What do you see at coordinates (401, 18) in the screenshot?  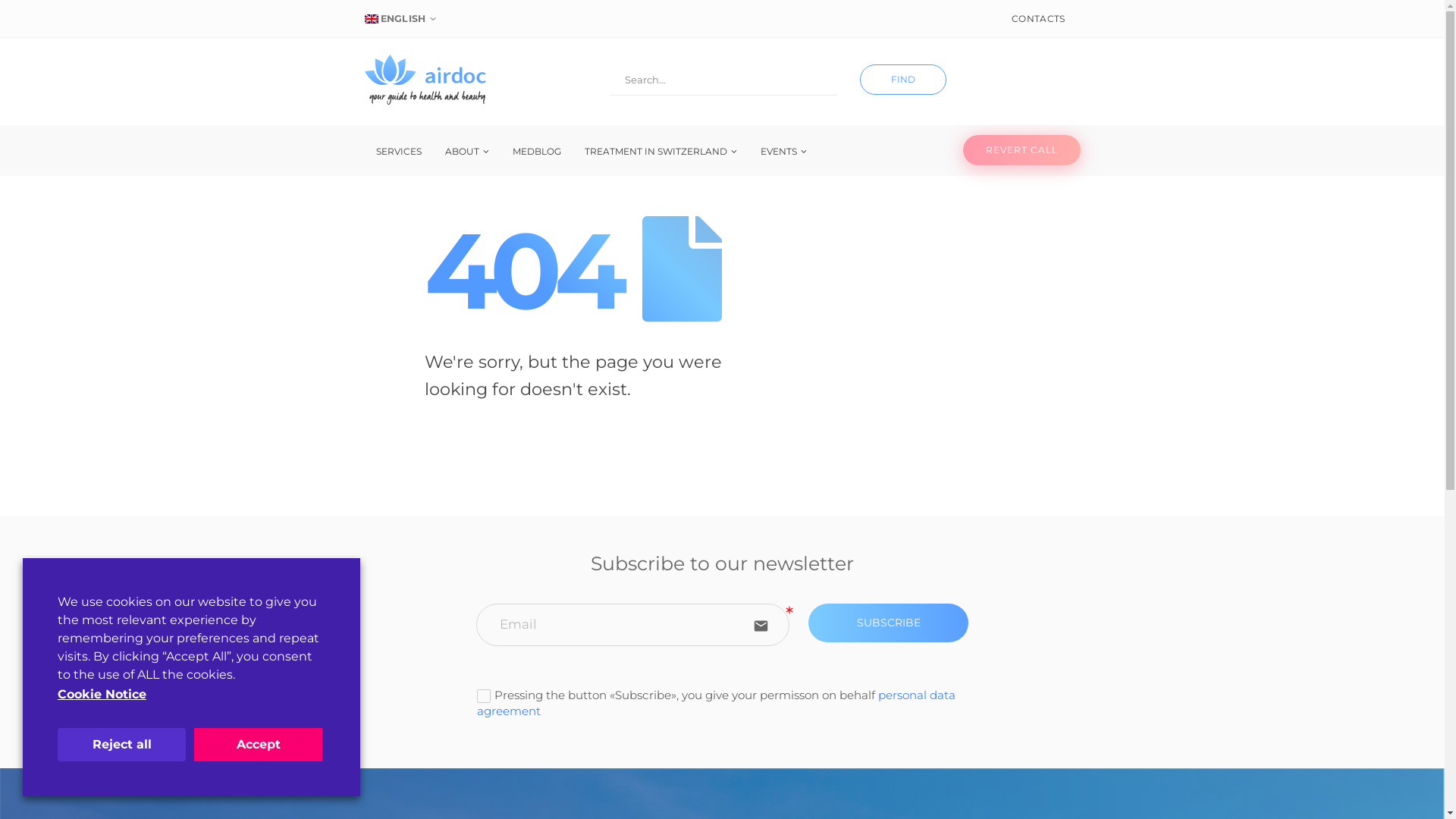 I see `'ENGLISH'` at bounding box center [401, 18].